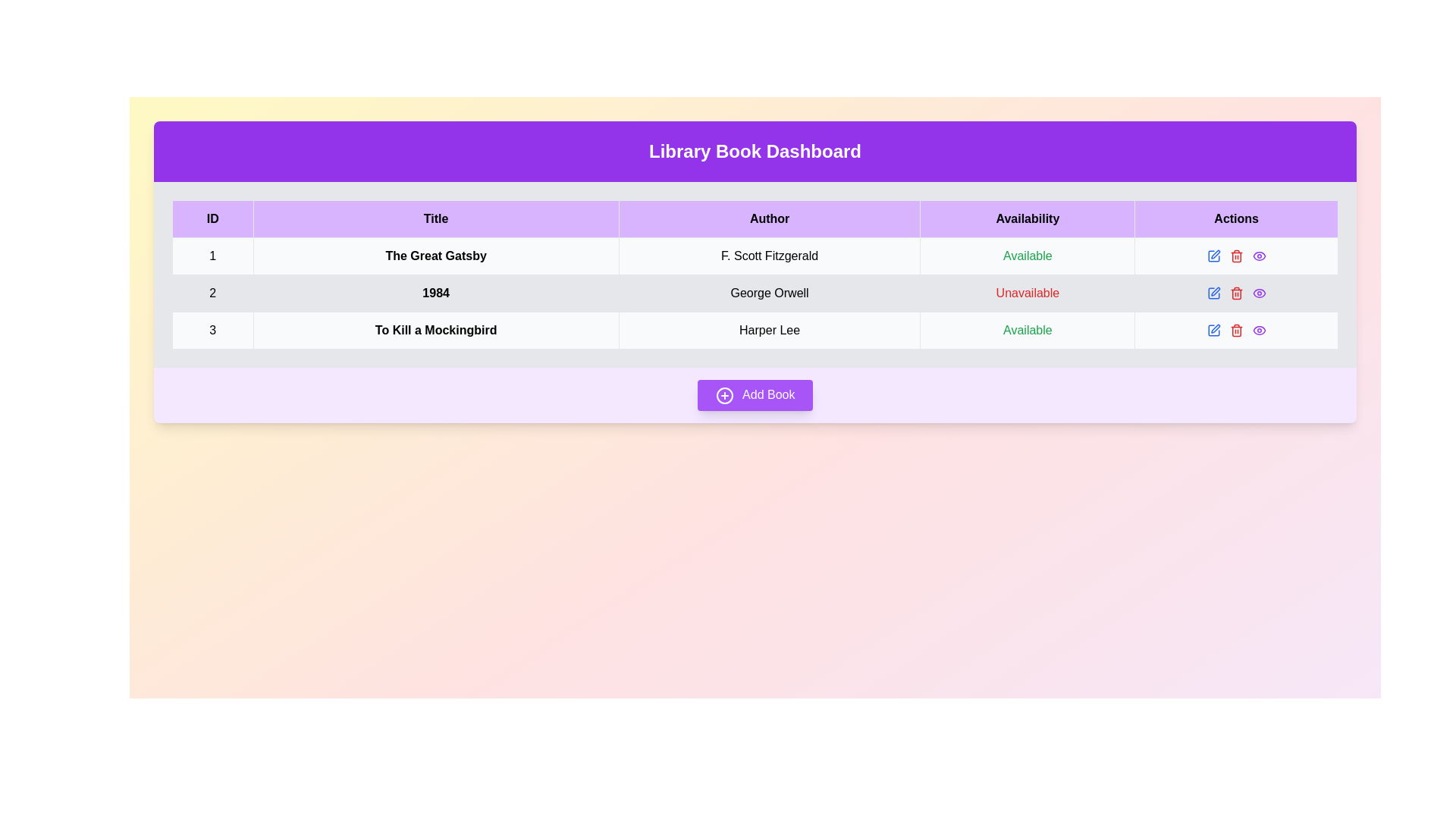 This screenshot has width=1456, height=819. I want to click on the title of the book 'The Great Gatsby' displayed in the second column of the first row of the tabular dataset, so click(435, 256).